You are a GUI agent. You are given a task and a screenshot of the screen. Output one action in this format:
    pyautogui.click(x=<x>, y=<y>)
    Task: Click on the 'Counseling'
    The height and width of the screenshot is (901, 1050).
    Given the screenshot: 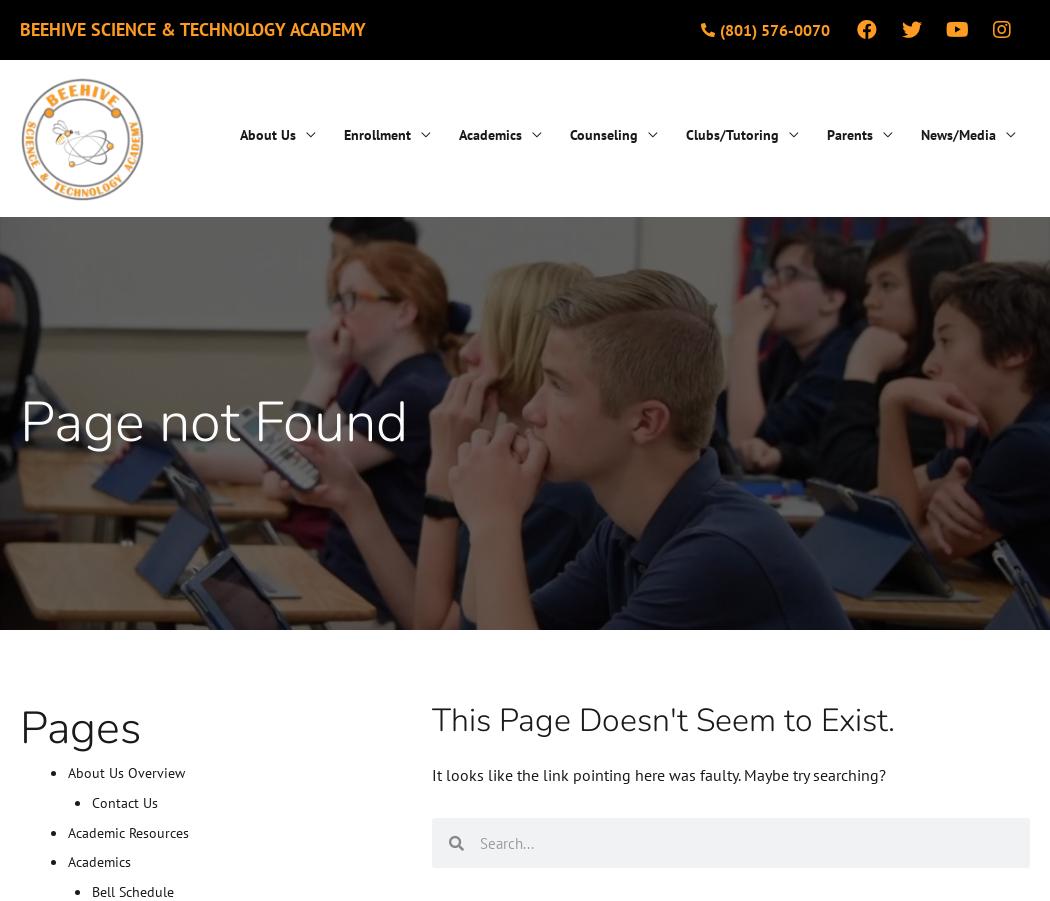 What is the action you would take?
    pyautogui.click(x=569, y=133)
    